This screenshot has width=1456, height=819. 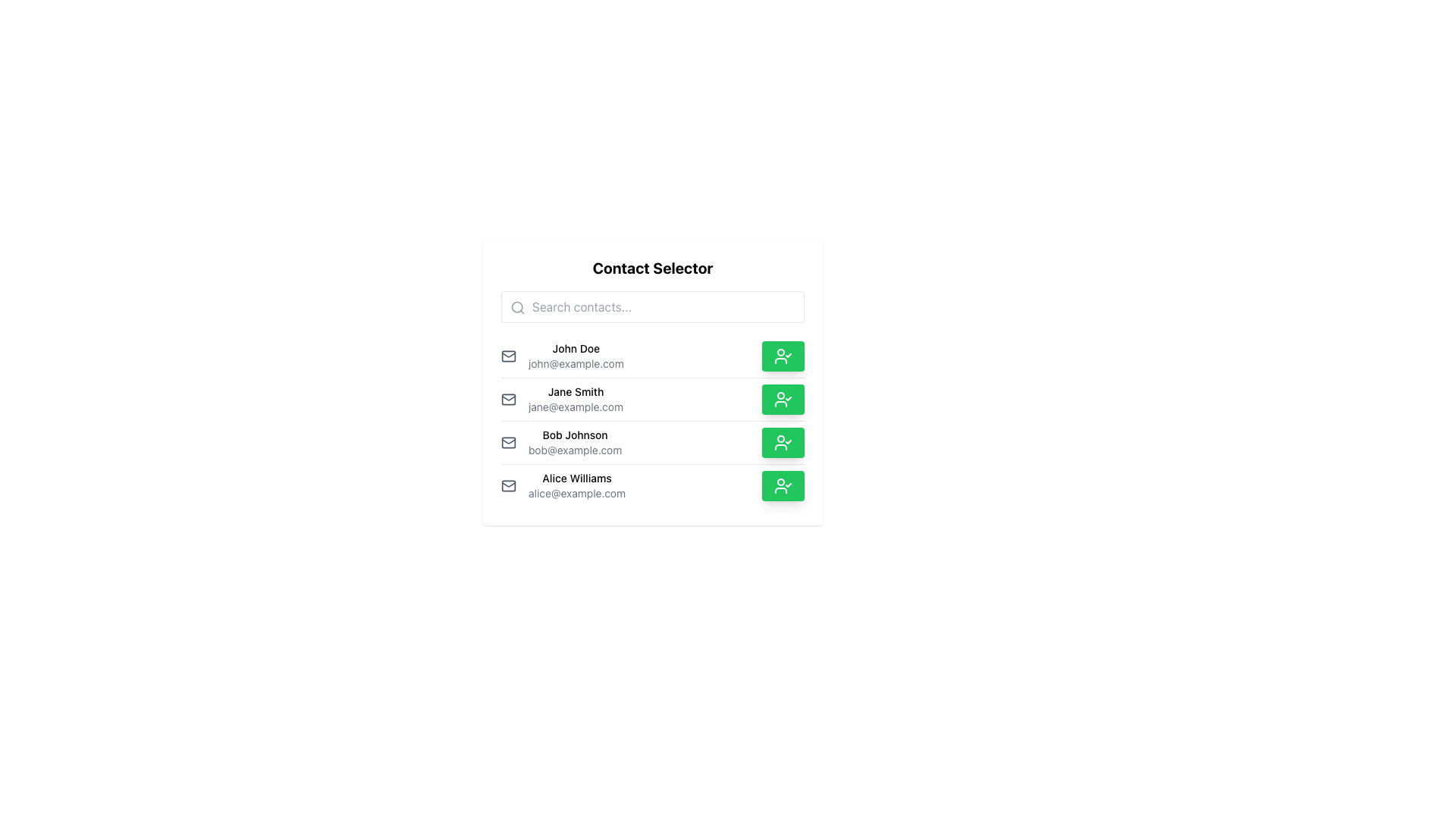 I want to click on the first user-check icon button corresponding to the contact 'John Doe' to trigger tooltip or highlight effects, so click(x=783, y=356).